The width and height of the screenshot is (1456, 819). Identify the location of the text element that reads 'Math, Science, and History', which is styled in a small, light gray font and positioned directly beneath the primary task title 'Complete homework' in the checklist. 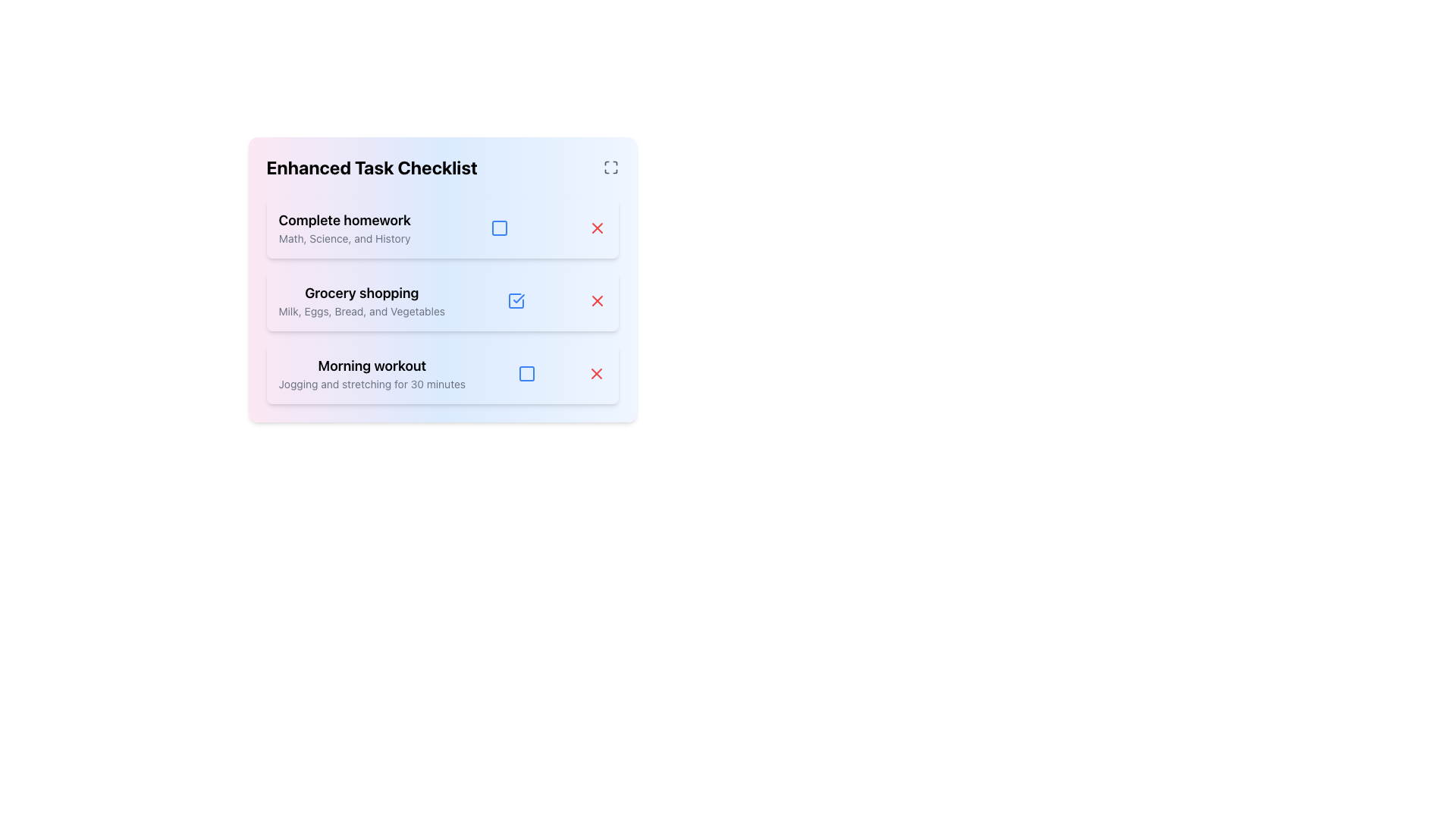
(344, 239).